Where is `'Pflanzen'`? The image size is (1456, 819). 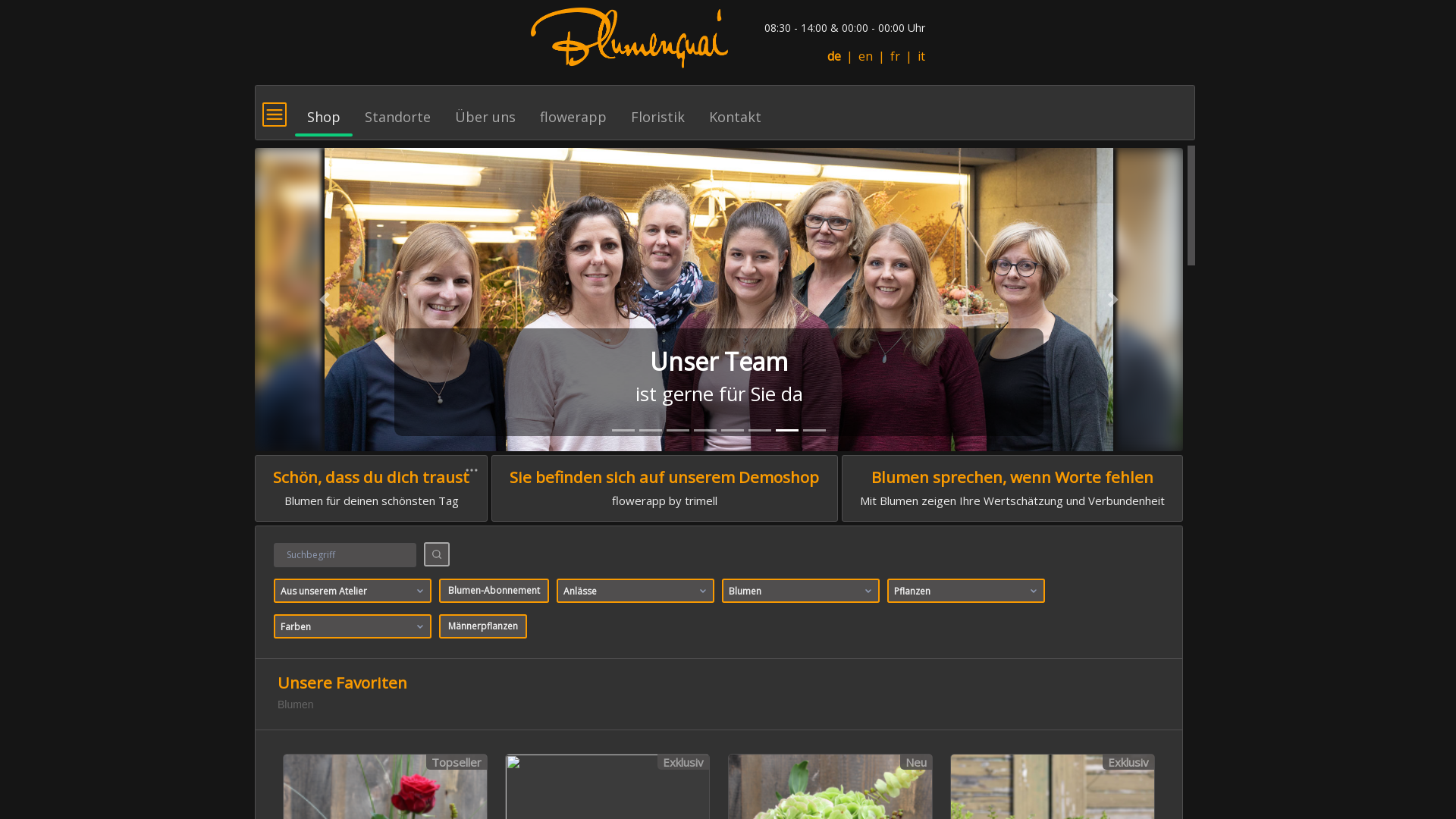 'Pflanzen' is located at coordinates (965, 590).